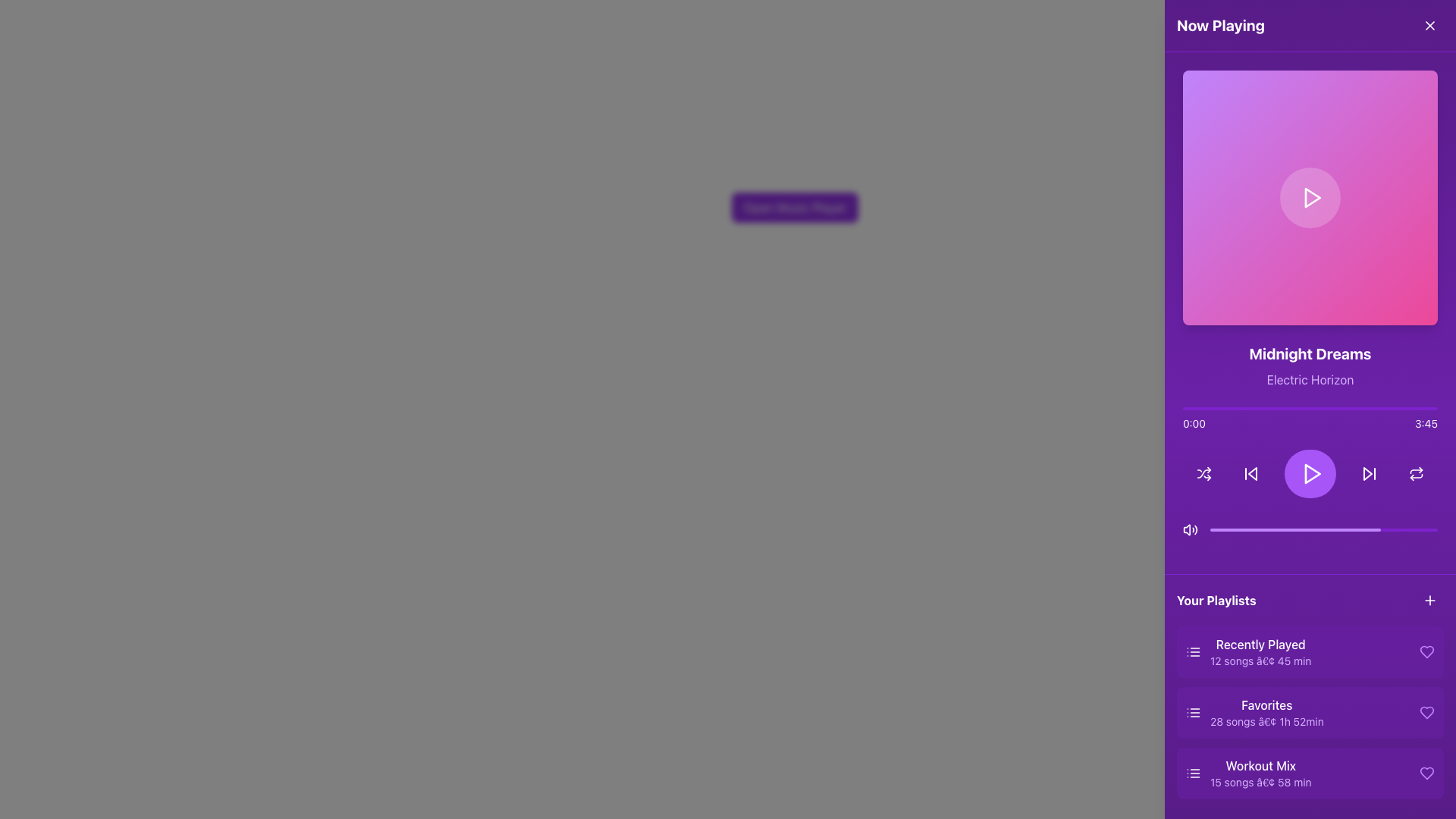  Describe the element at coordinates (1260, 766) in the screenshot. I see `the 'Workout Mix' text label located in the 'Your Playlists' section, specifically as the title of the third playlist item, which is prominently styled and distinguishable` at that location.